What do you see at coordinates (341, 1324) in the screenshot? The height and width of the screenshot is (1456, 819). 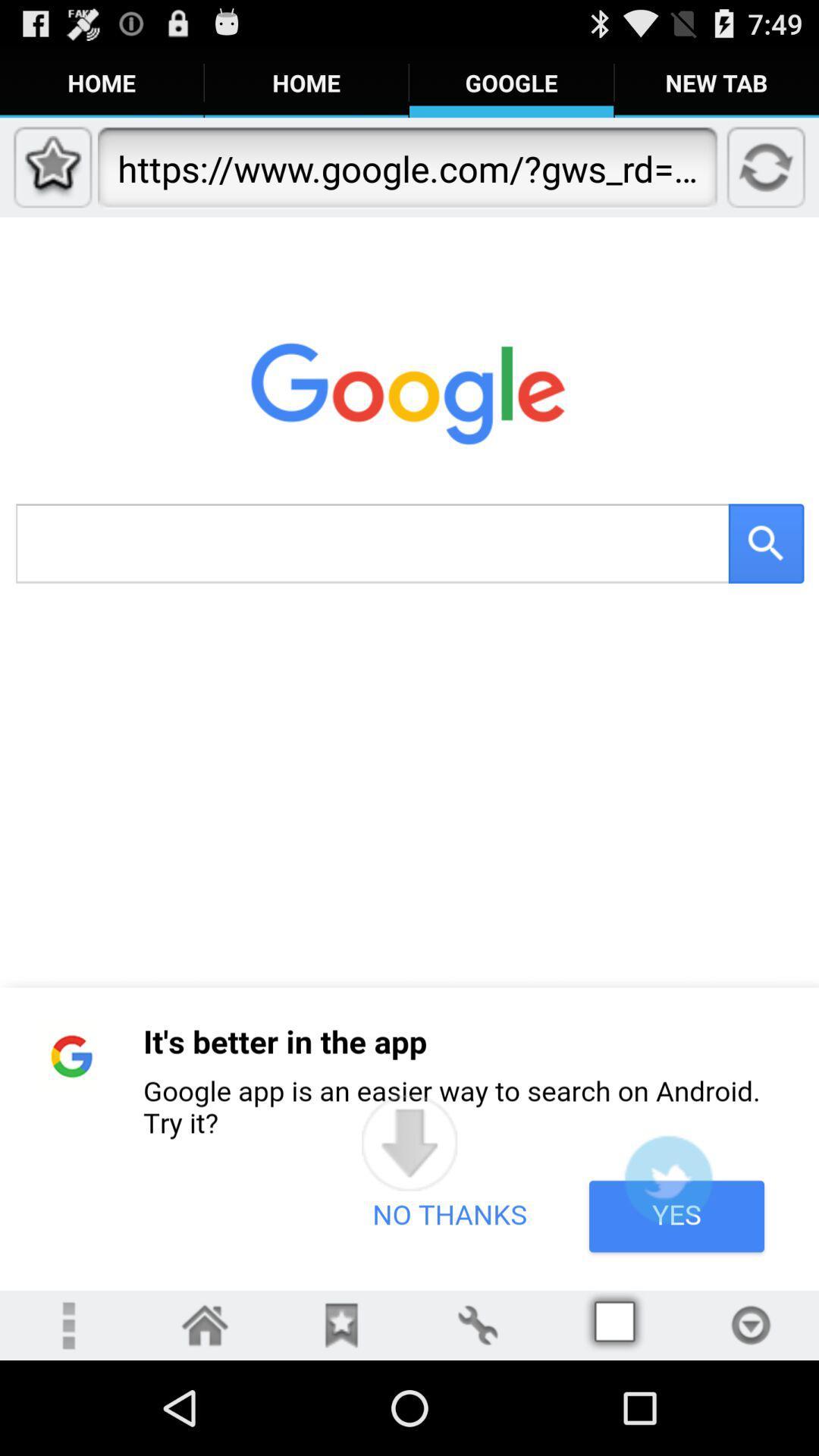 I see `the button on the left to the settings button on the web page` at bounding box center [341, 1324].